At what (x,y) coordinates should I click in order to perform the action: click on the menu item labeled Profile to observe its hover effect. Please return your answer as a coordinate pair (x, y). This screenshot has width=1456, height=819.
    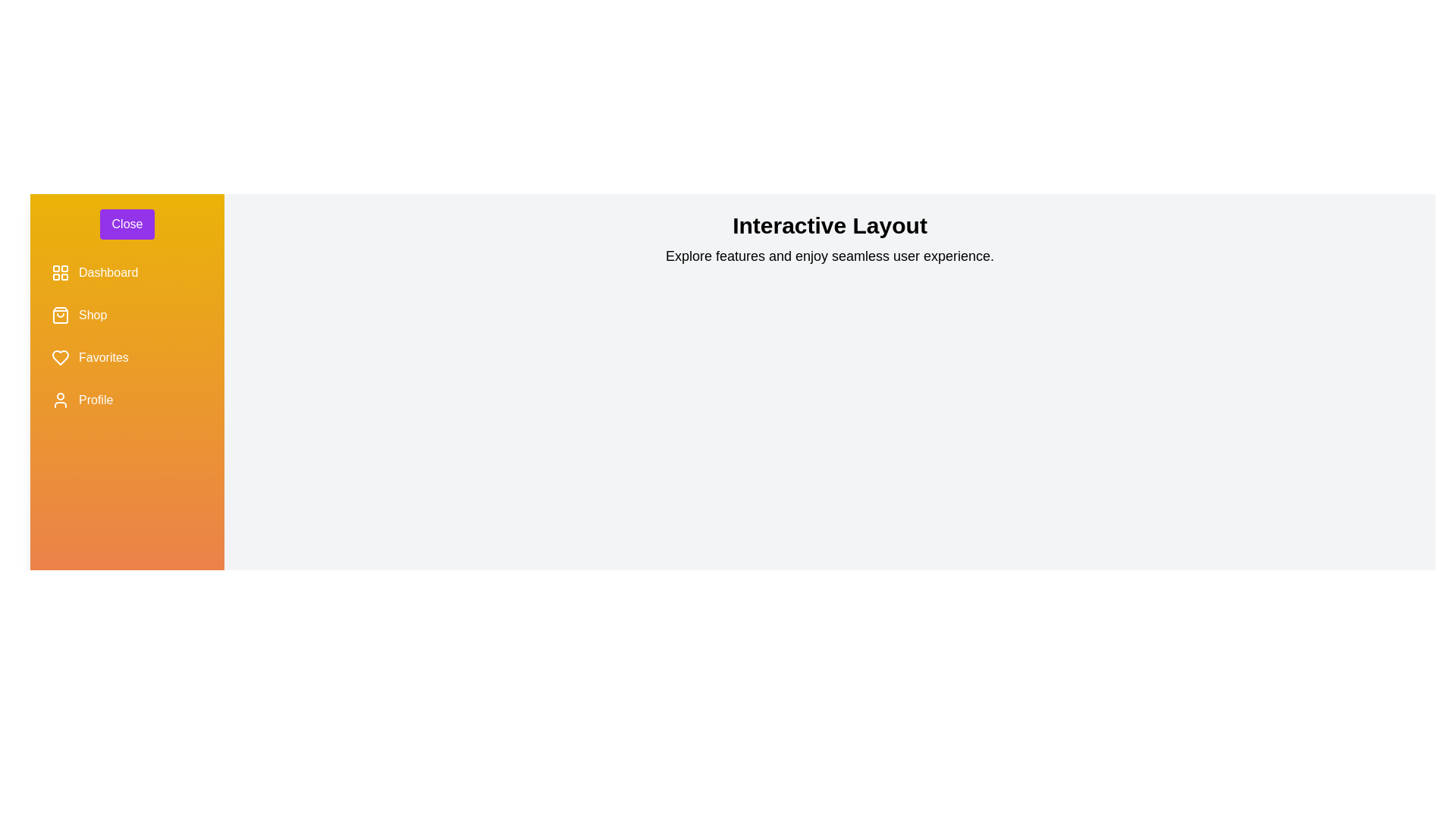
    Looking at the image, I should click on (127, 400).